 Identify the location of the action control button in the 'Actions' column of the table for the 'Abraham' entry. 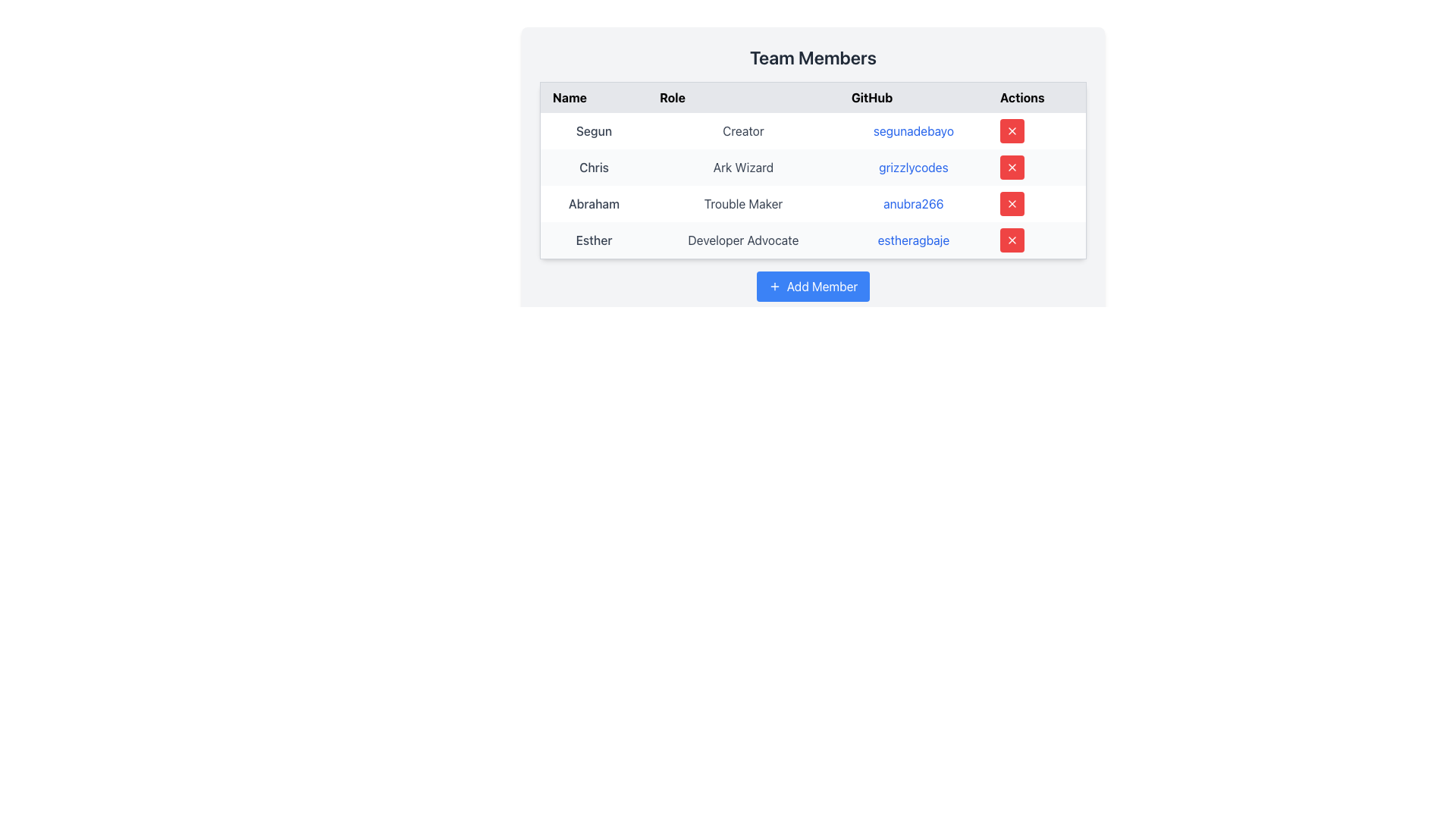
(1012, 203).